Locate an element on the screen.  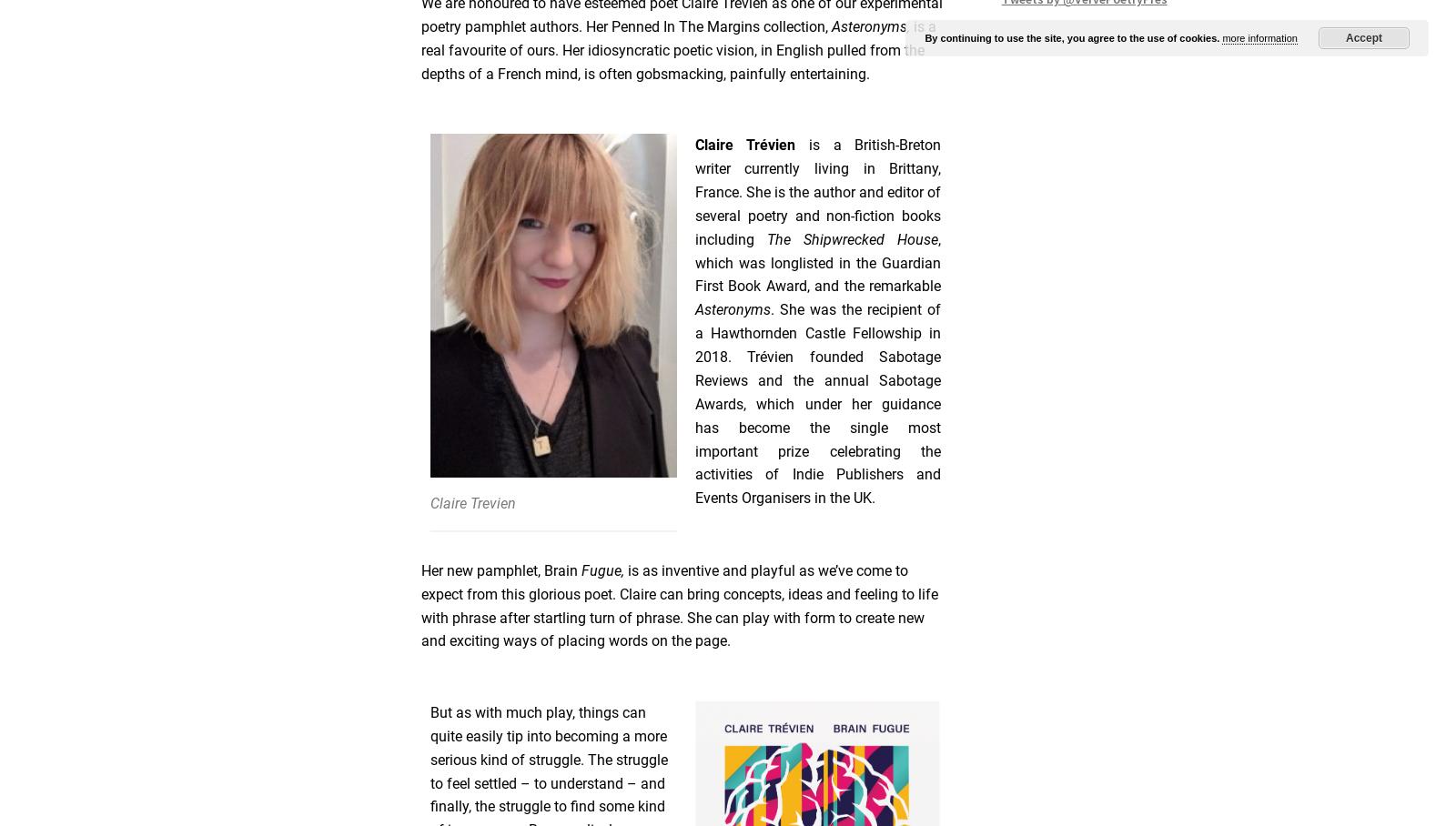
'Asteronyms,' is located at coordinates (872, 25).